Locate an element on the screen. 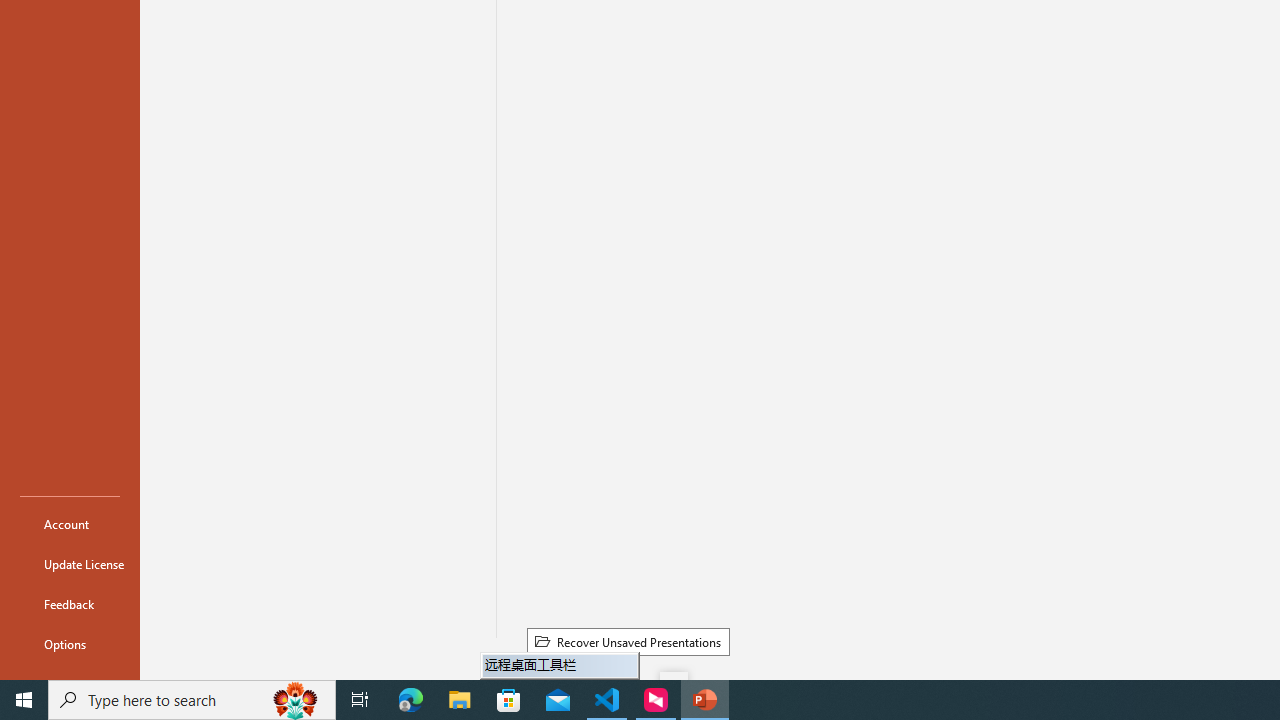 This screenshot has width=1280, height=720. 'Recover Unsaved Presentations' is located at coordinates (627, 641).